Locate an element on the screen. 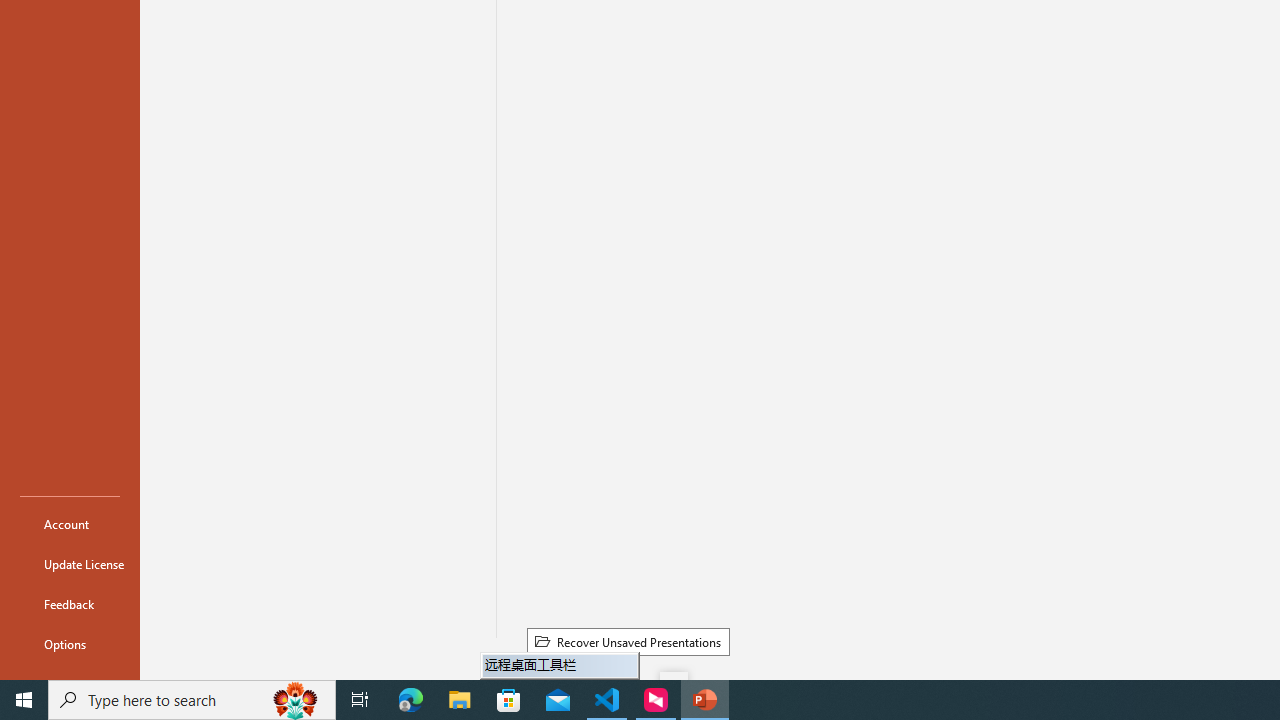 This screenshot has width=1280, height=720. 'Recover Unsaved Presentations' is located at coordinates (627, 641).